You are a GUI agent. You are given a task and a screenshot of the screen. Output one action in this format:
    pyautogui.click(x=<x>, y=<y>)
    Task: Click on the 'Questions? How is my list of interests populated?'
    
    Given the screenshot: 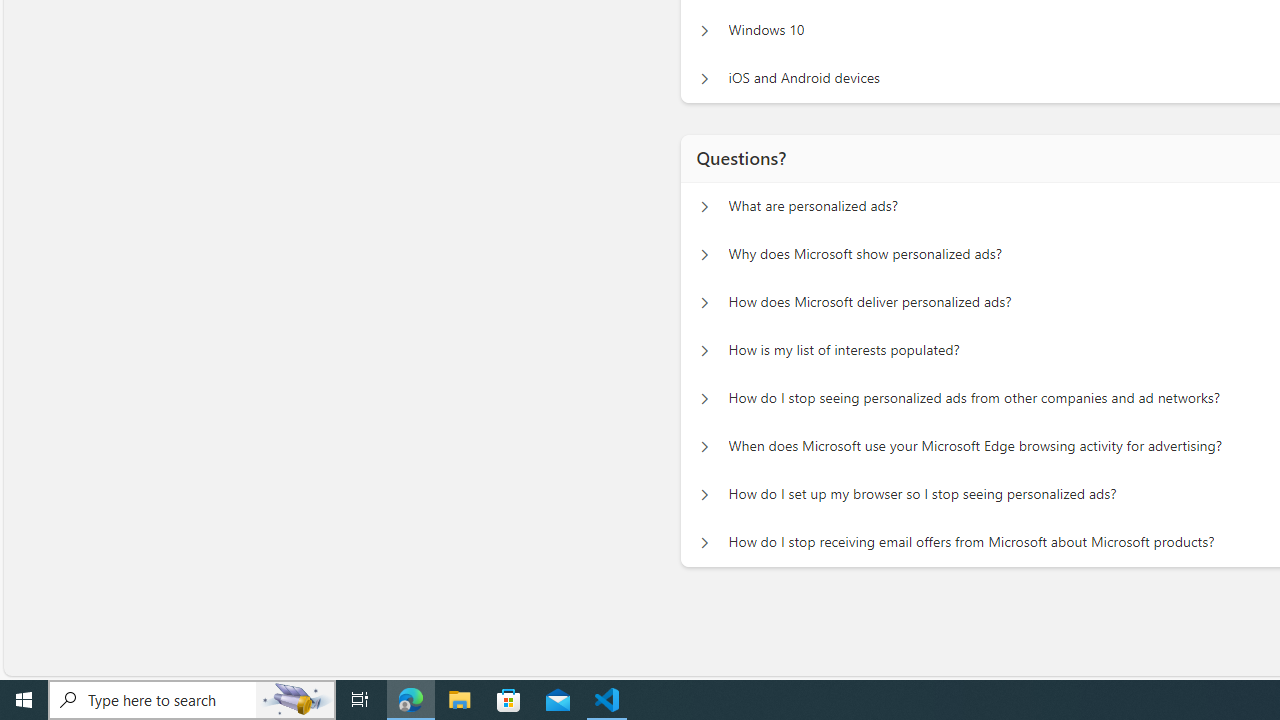 What is the action you would take?
    pyautogui.click(x=704, y=350)
    